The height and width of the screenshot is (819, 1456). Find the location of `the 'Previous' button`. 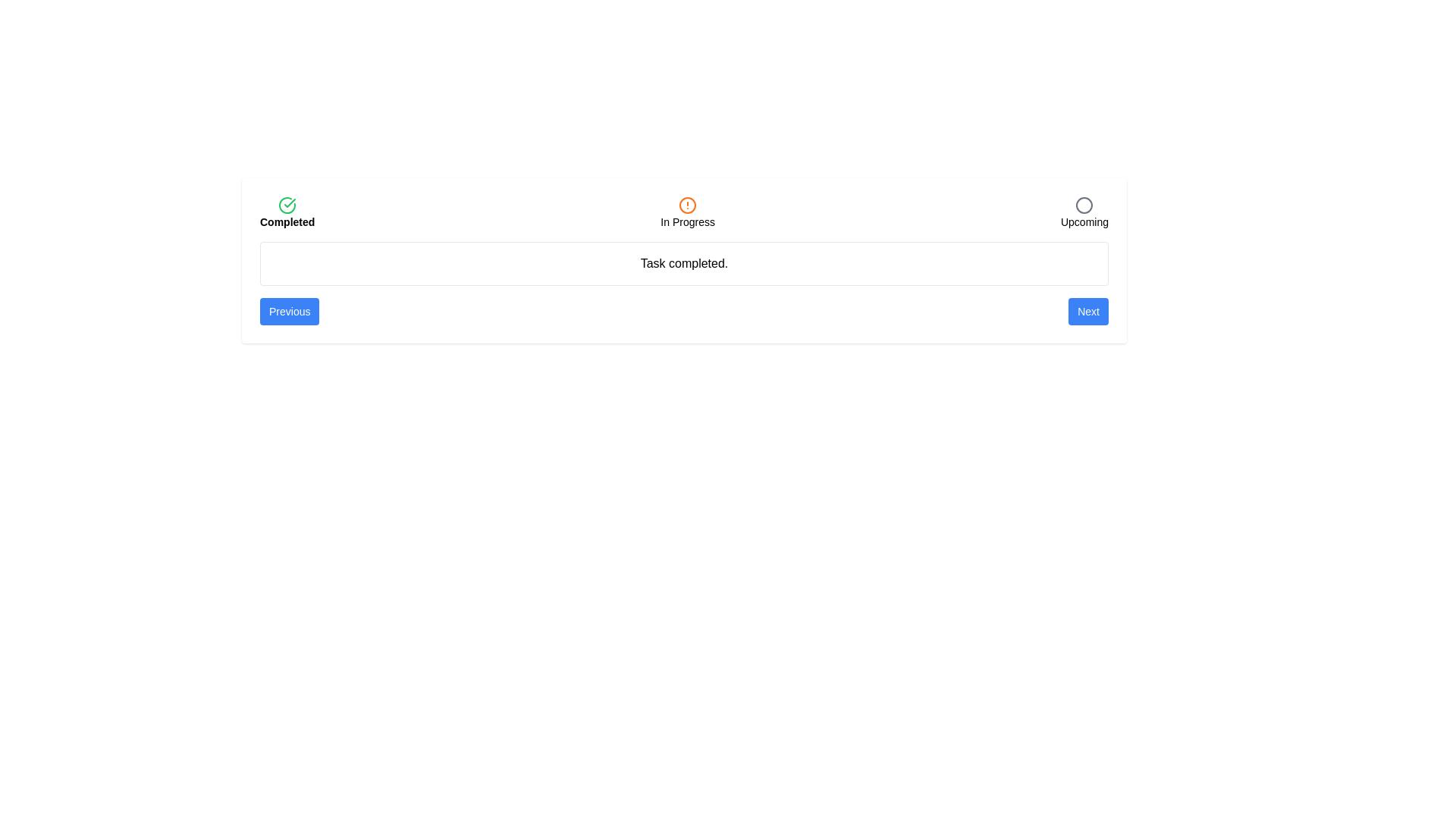

the 'Previous' button is located at coordinates (290, 311).